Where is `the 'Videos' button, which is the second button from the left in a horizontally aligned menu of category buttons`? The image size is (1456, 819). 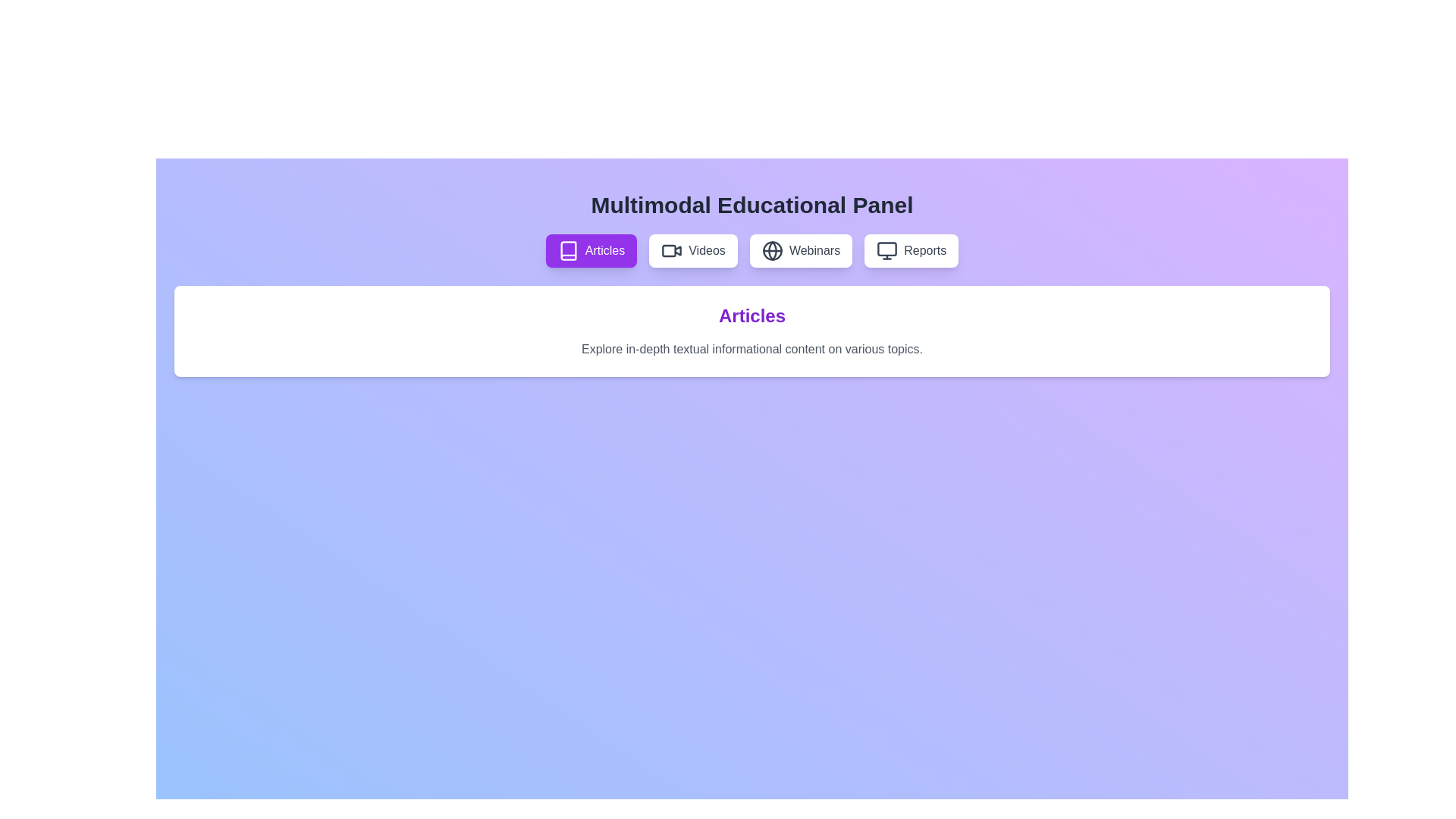 the 'Videos' button, which is the second button from the left in a horizontally aligned menu of category buttons is located at coordinates (706, 250).